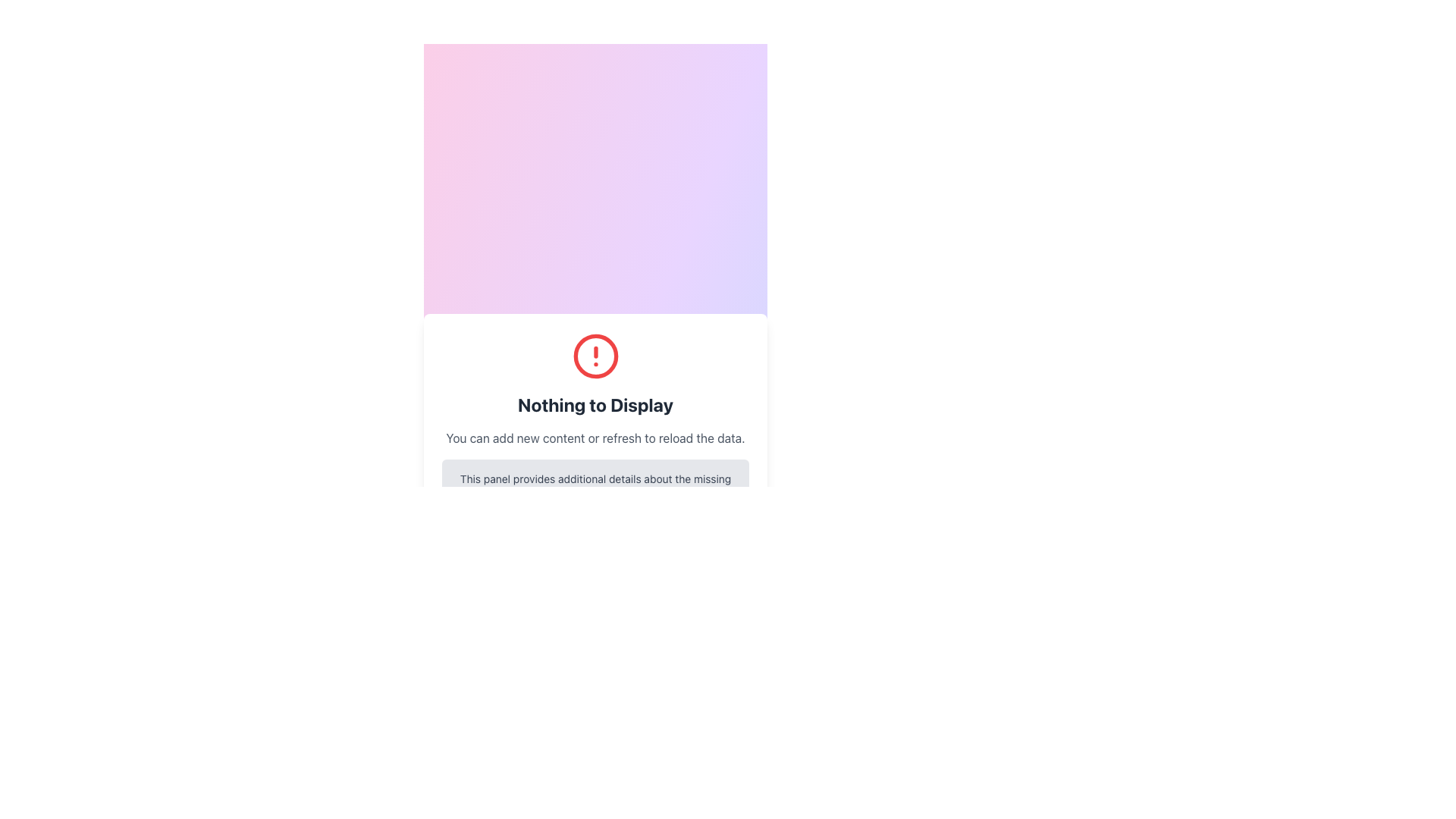  What do you see at coordinates (595, 438) in the screenshot?
I see `displayed message 'You can add new content or refresh to reload the data.' which is styled in subtle gray color and located beneath the heading 'Nothing to Display'` at bounding box center [595, 438].